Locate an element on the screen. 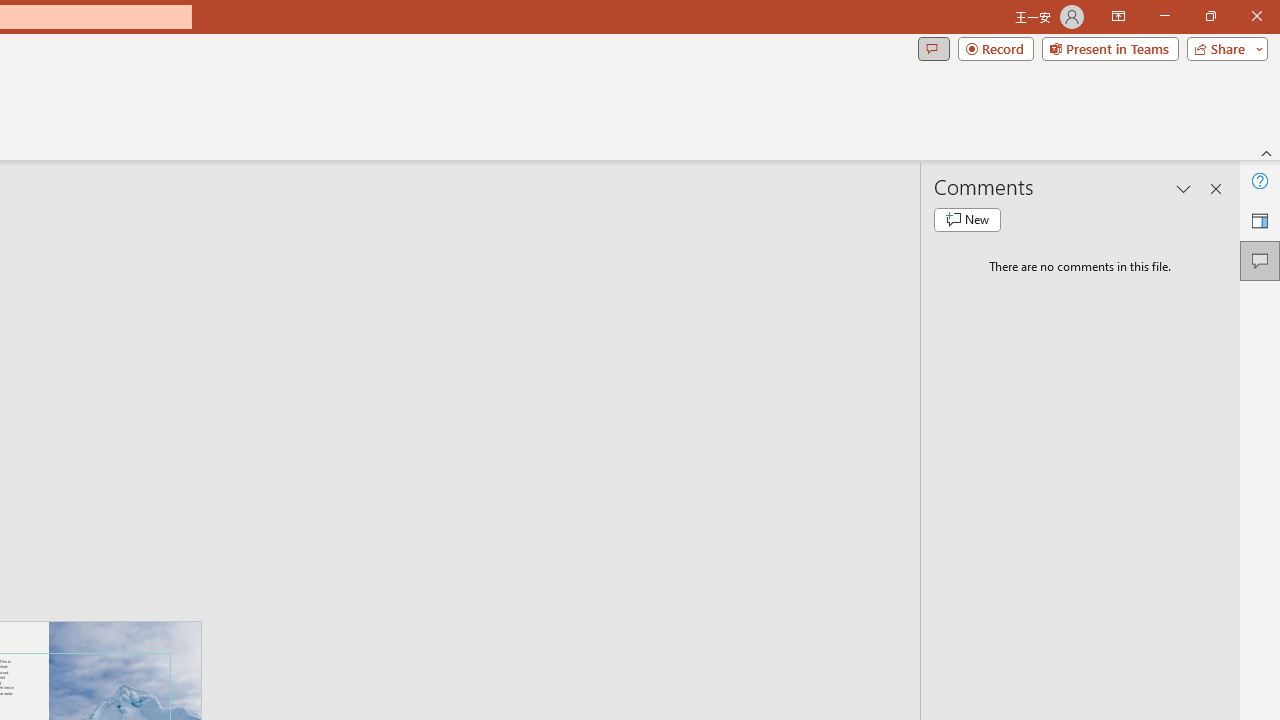  'Close pane' is located at coordinates (1215, 189).